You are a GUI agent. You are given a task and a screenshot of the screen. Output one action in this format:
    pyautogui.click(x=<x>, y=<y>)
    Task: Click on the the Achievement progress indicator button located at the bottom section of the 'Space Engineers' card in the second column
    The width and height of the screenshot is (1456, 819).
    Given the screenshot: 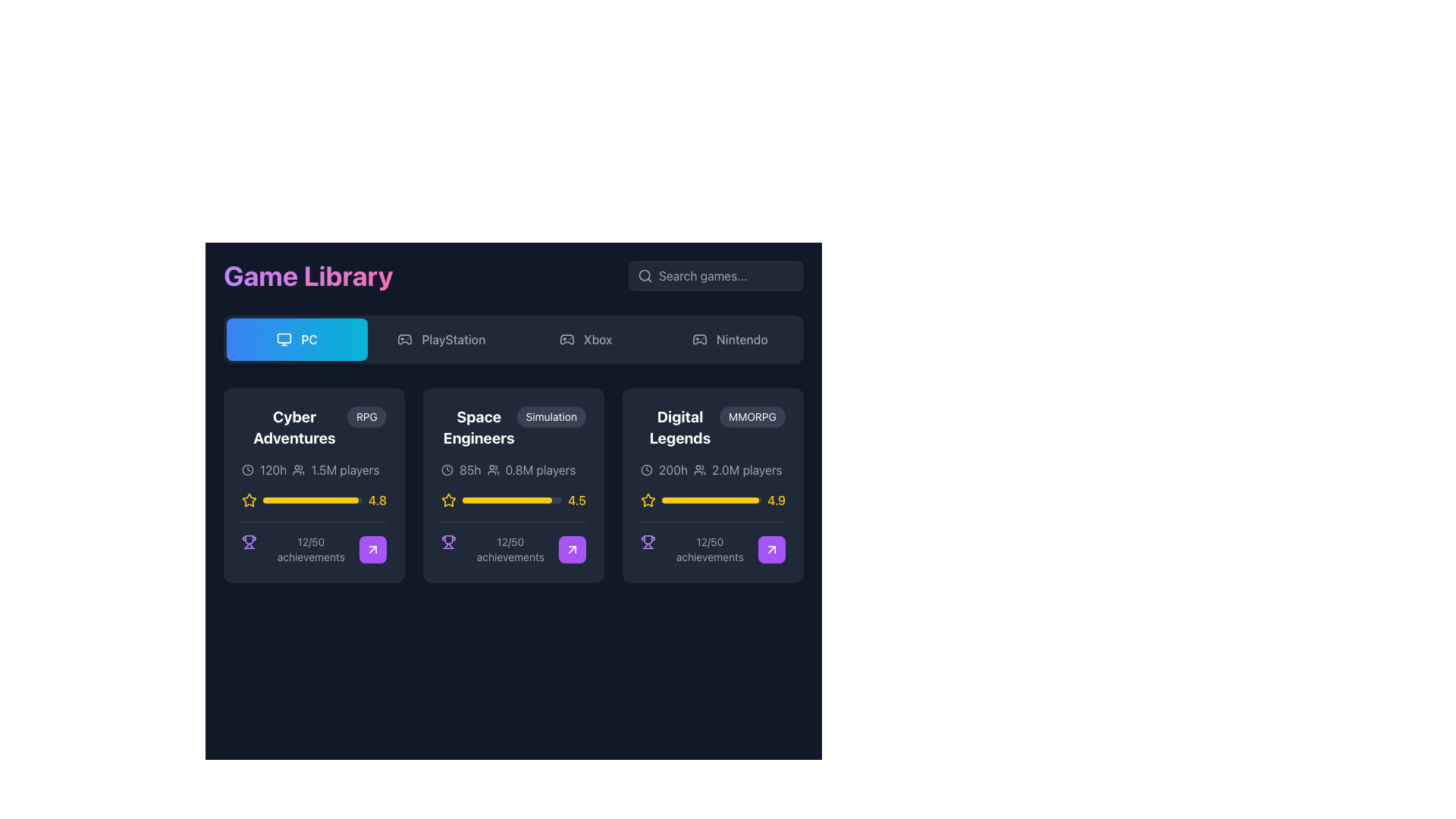 What is the action you would take?
    pyautogui.click(x=513, y=542)
    